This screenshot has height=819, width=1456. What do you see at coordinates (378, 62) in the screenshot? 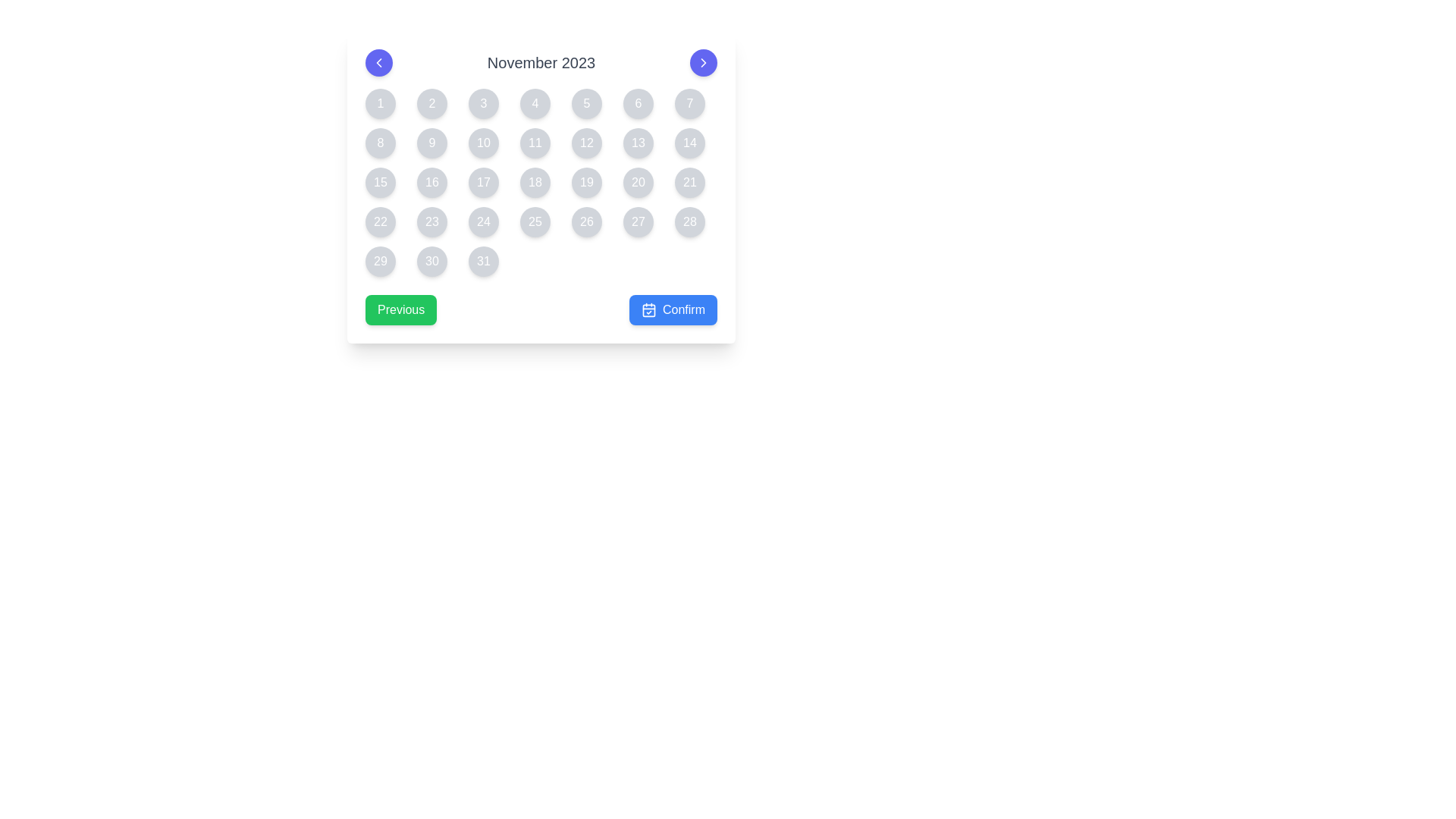
I see `the 'Previous' navigation button icon located in the top-left area of the calendar interface` at bounding box center [378, 62].